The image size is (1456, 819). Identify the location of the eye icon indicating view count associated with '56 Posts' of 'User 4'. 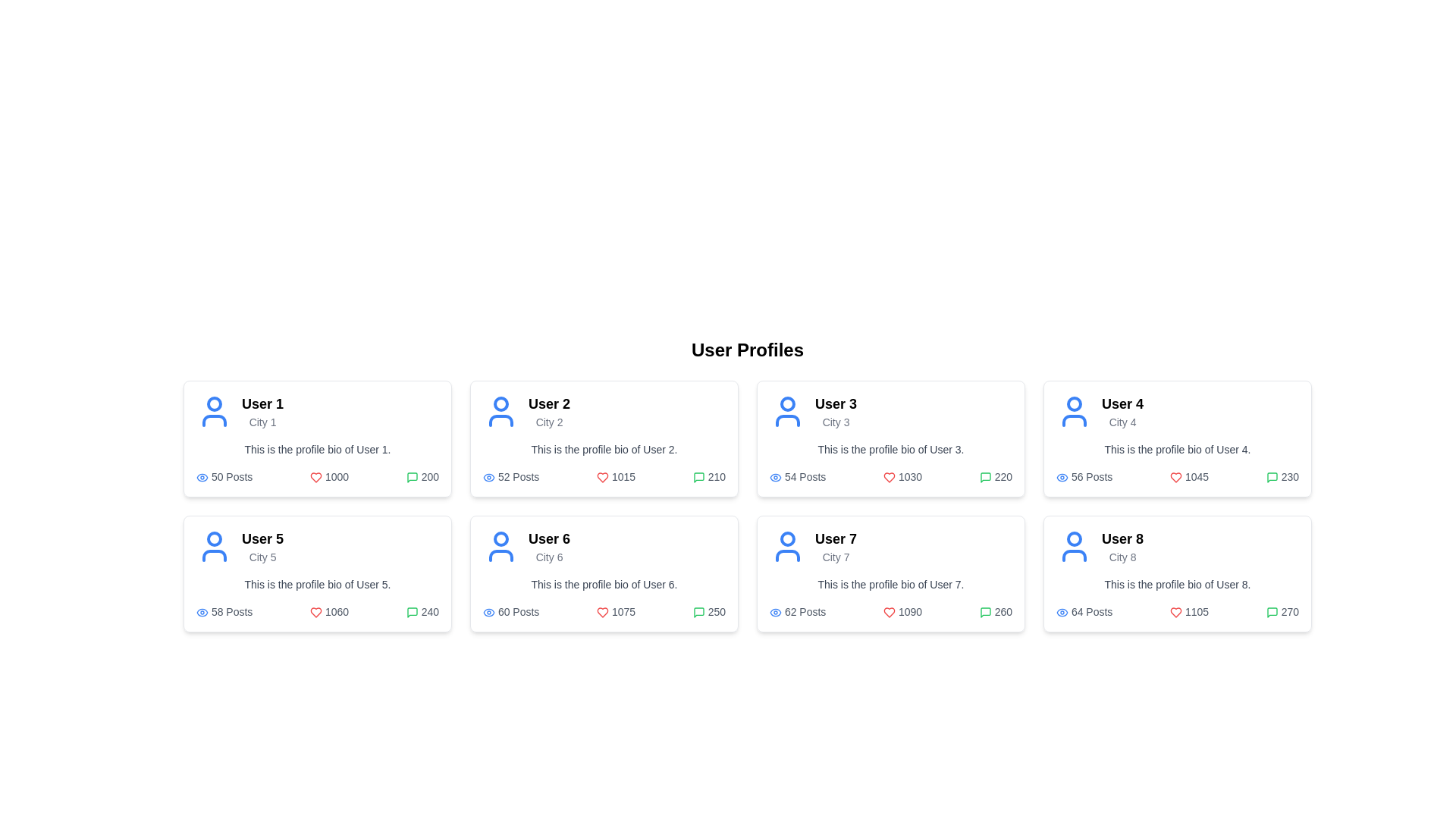
(1062, 476).